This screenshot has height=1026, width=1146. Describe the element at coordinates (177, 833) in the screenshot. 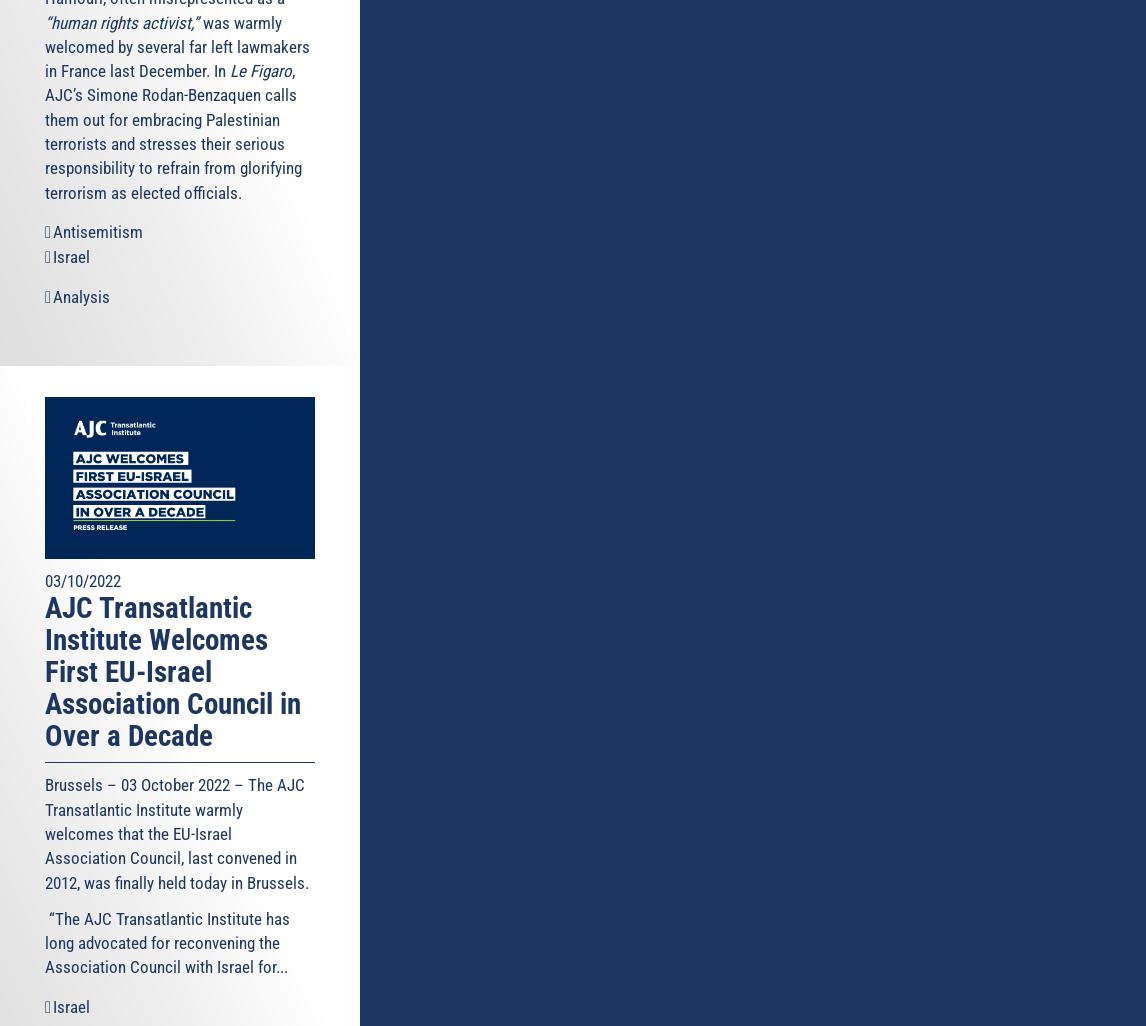

I see `'Brussels – 03 October 2022 – The AJC Transatlantic Institute warmly welcomes that the EU-Israel Association Council, last convened in 2012, was finally held today in Brussels.'` at that location.